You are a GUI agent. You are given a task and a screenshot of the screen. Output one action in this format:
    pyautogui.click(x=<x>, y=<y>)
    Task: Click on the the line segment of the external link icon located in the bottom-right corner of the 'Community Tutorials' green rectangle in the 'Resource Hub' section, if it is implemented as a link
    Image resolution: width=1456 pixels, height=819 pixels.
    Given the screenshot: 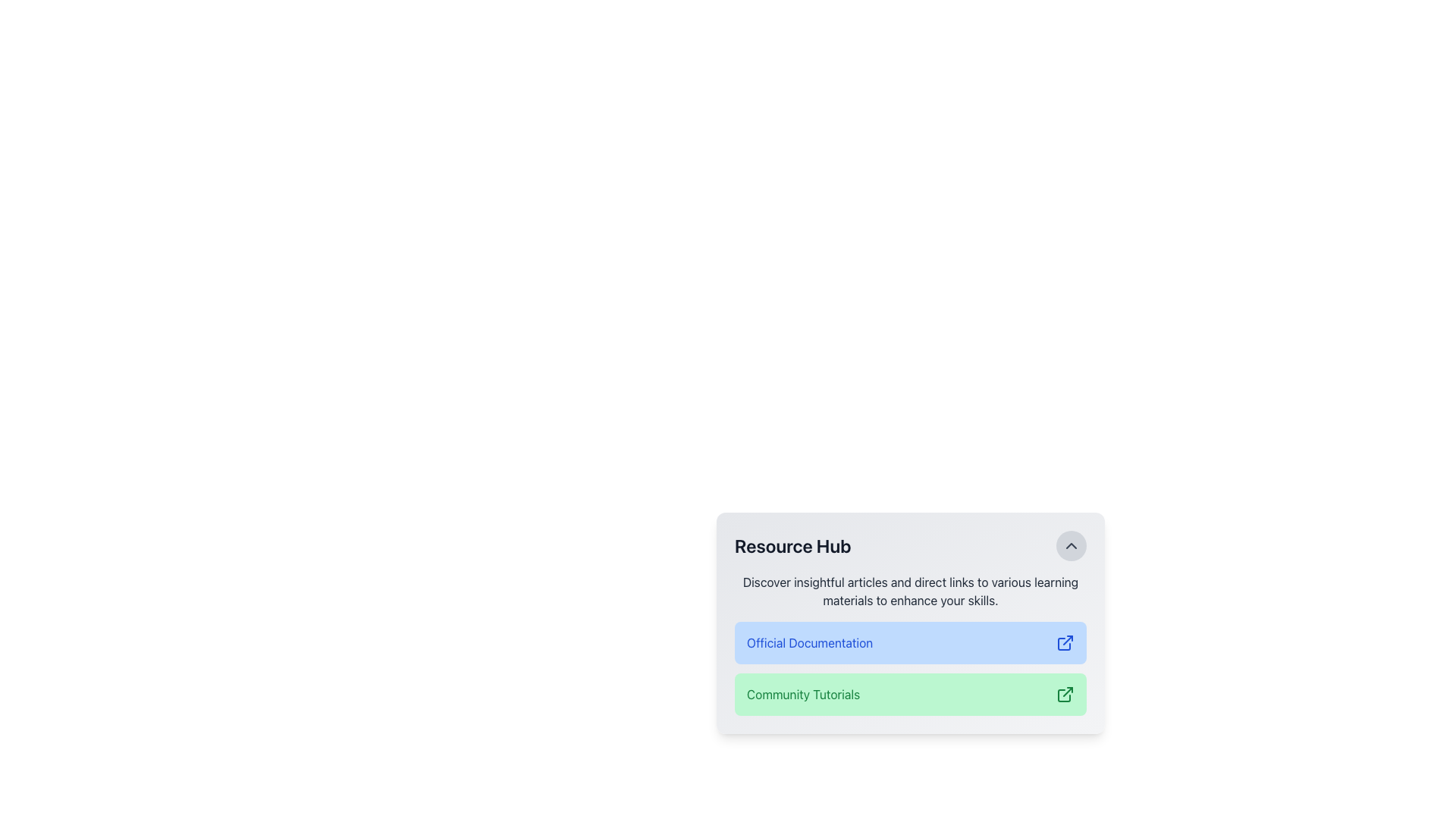 What is the action you would take?
    pyautogui.click(x=1067, y=692)
    